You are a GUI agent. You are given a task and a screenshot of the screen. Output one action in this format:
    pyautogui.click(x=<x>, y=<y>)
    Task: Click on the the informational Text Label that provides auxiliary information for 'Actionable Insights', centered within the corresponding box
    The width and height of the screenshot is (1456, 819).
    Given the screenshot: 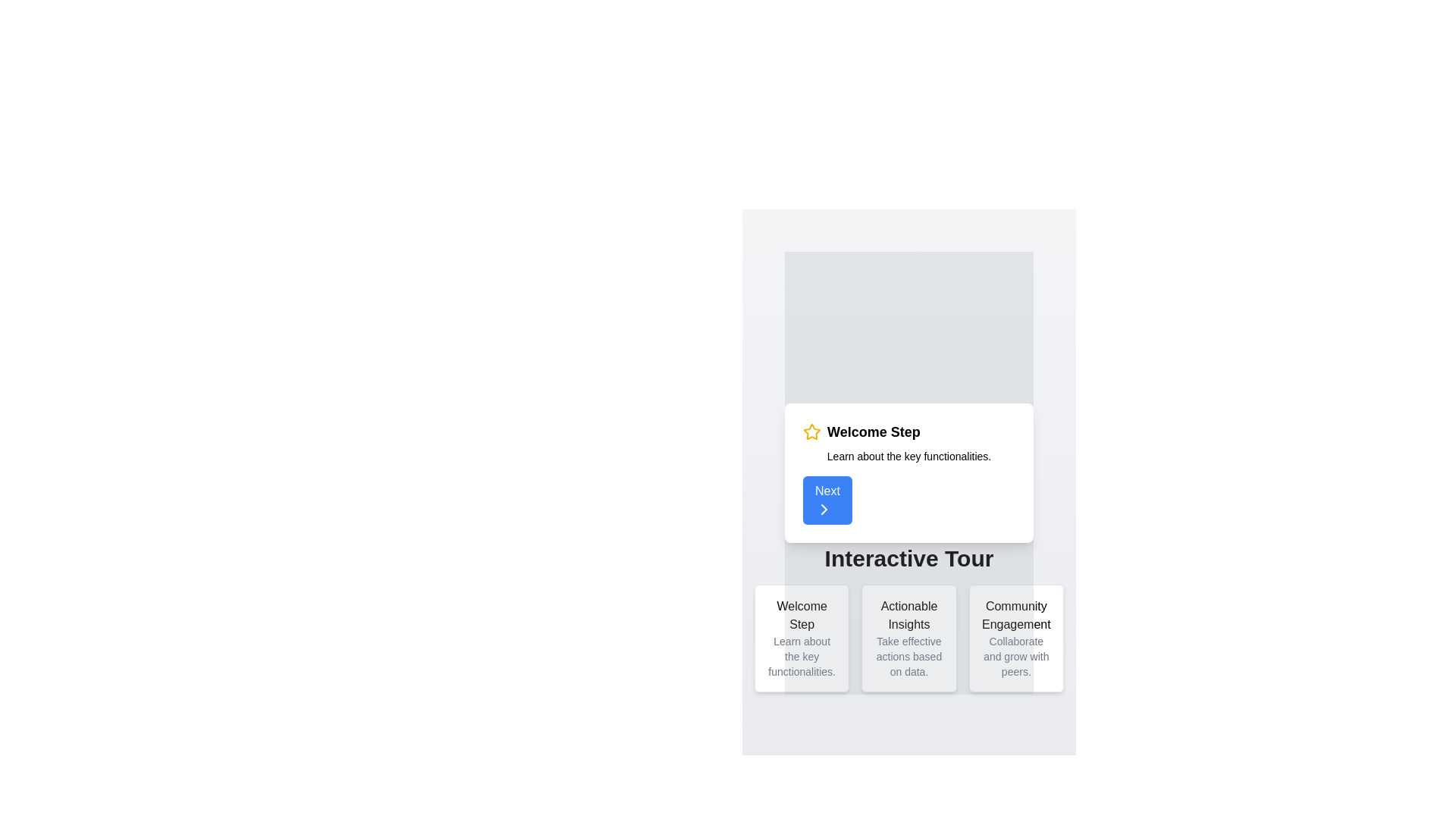 What is the action you would take?
    pyautogui.click(x=909, y=656)
    